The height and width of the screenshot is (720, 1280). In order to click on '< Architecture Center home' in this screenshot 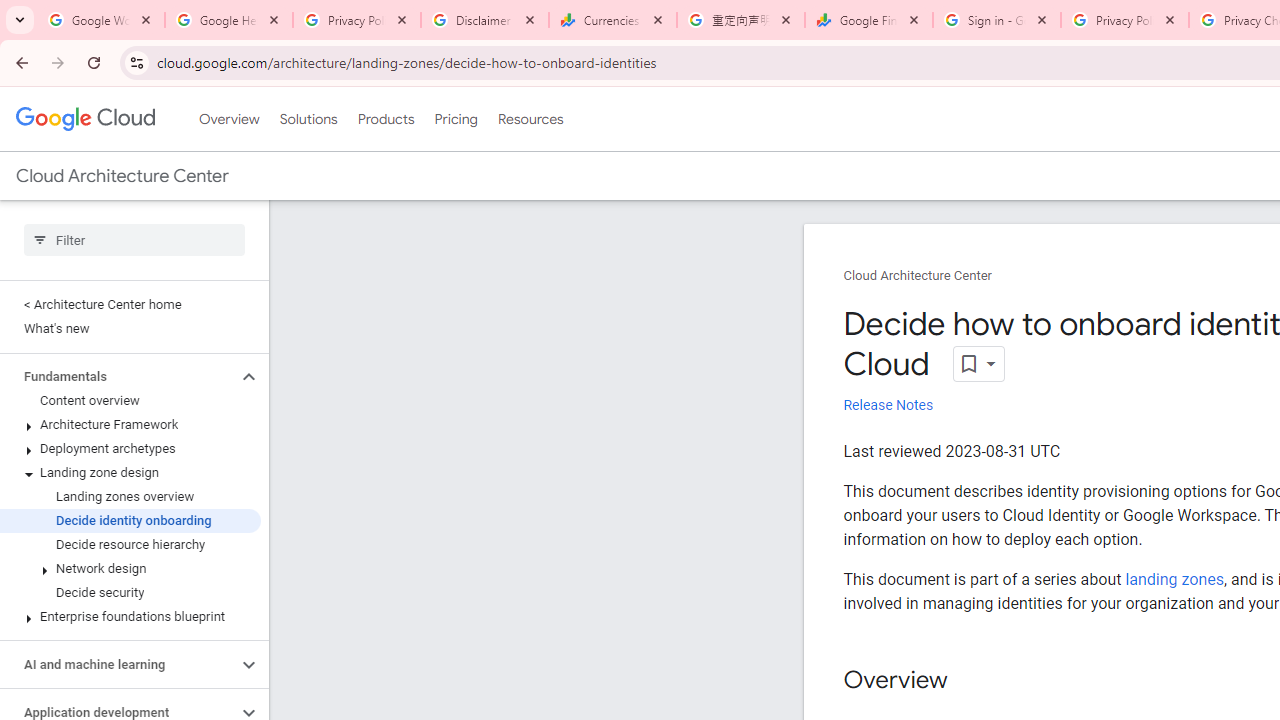, I will do `click(129, 304)`.